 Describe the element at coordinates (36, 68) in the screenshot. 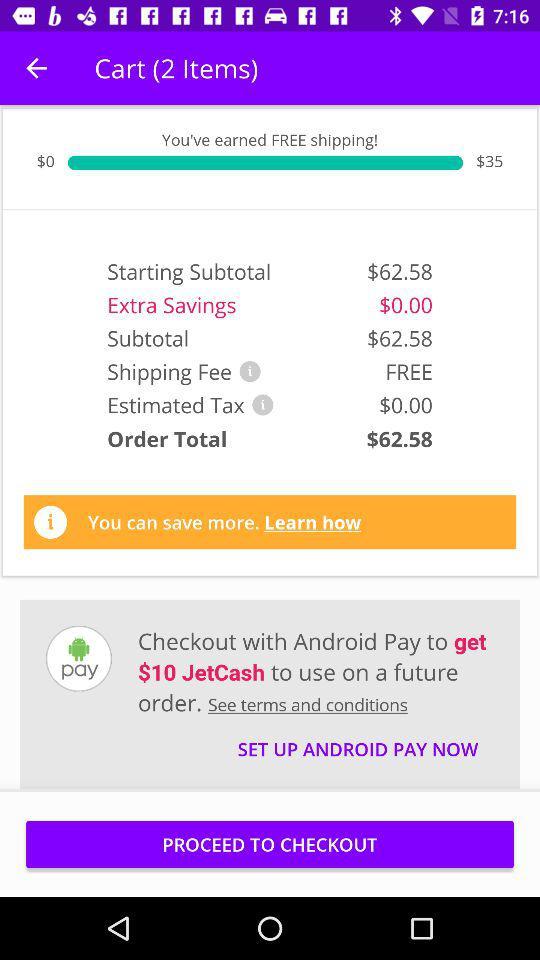

I see `item to the left of cart (2 items) item` at that location.